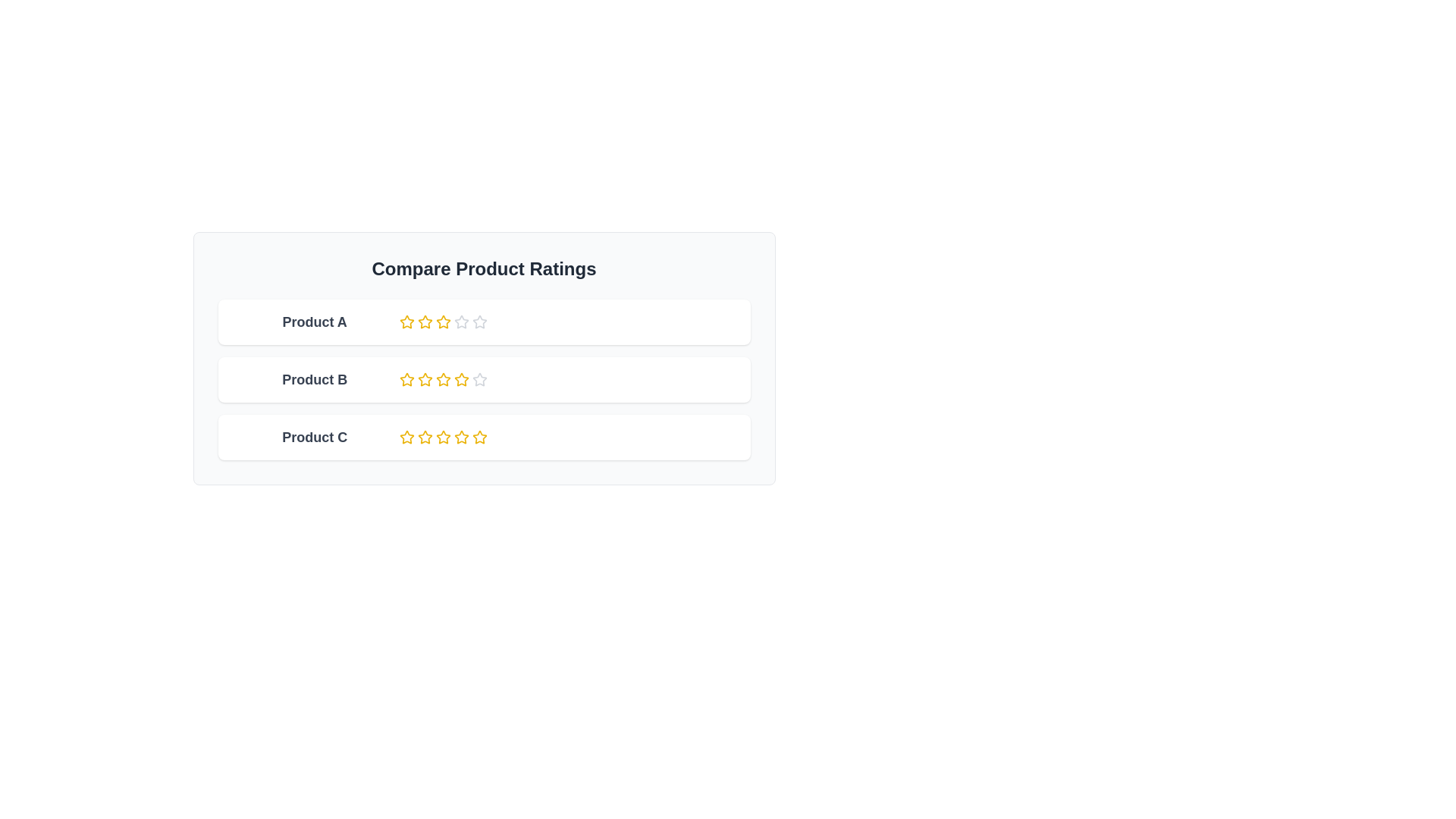 This screenshot has height=819, width=1456. What do you see at coordinates (425, 321) in the screenshot?
I see `the second star in the rating row for 'Product A' to rate it` at bounding box center [425, 321].